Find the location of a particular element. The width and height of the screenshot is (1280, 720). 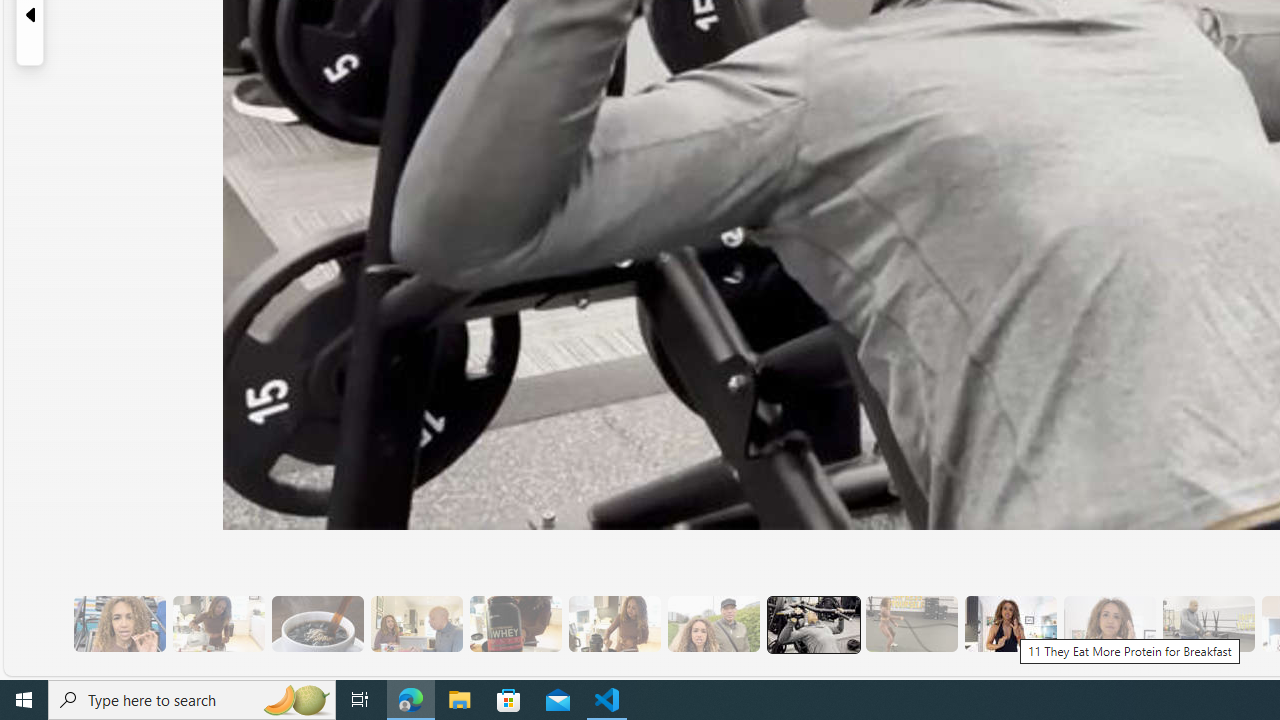

'2 They Use Protein Powder for Flavor' is located at coordinates (118, 623).